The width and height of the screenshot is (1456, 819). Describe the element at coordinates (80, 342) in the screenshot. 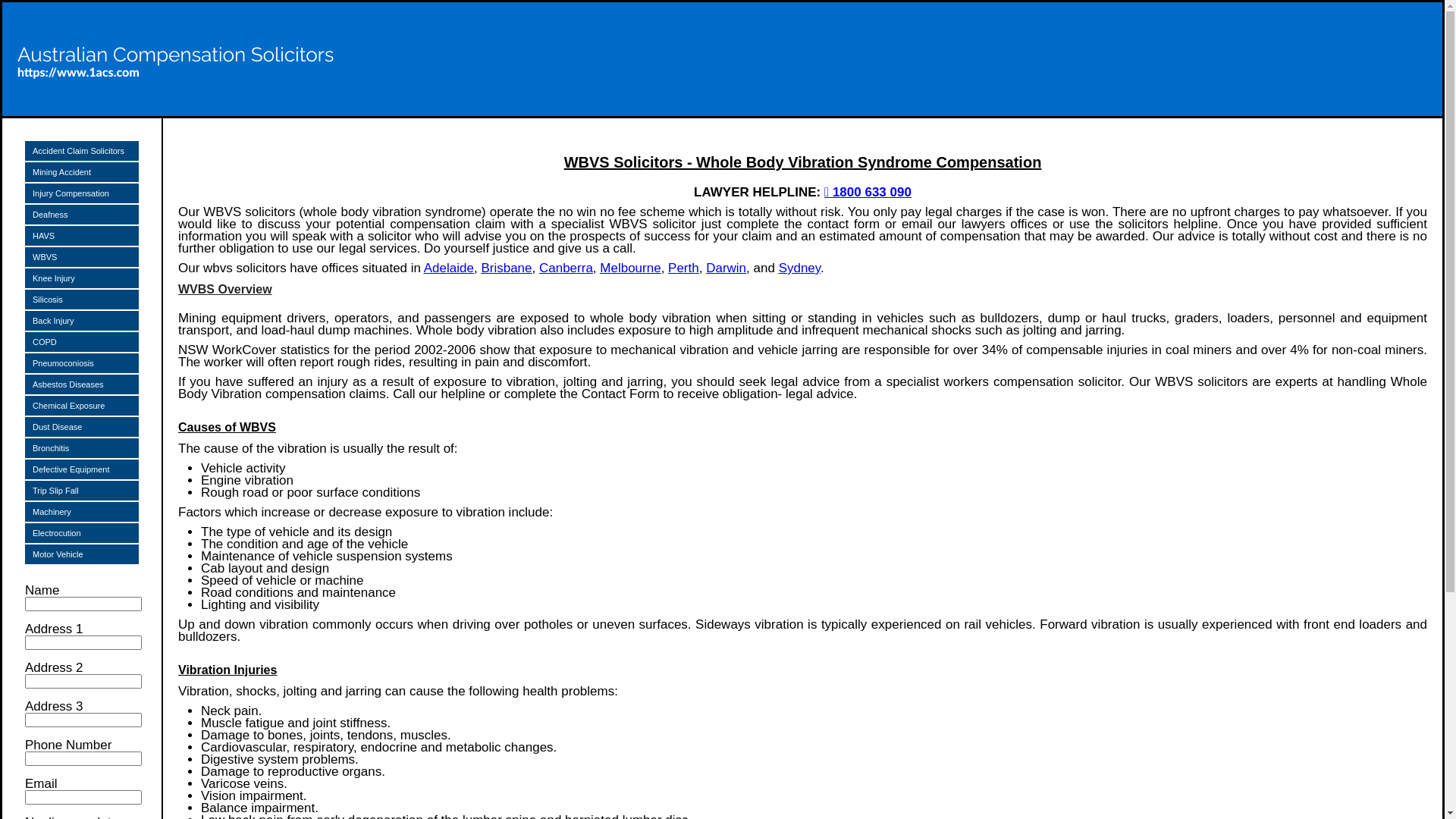

I see `'COPD'` at that location.